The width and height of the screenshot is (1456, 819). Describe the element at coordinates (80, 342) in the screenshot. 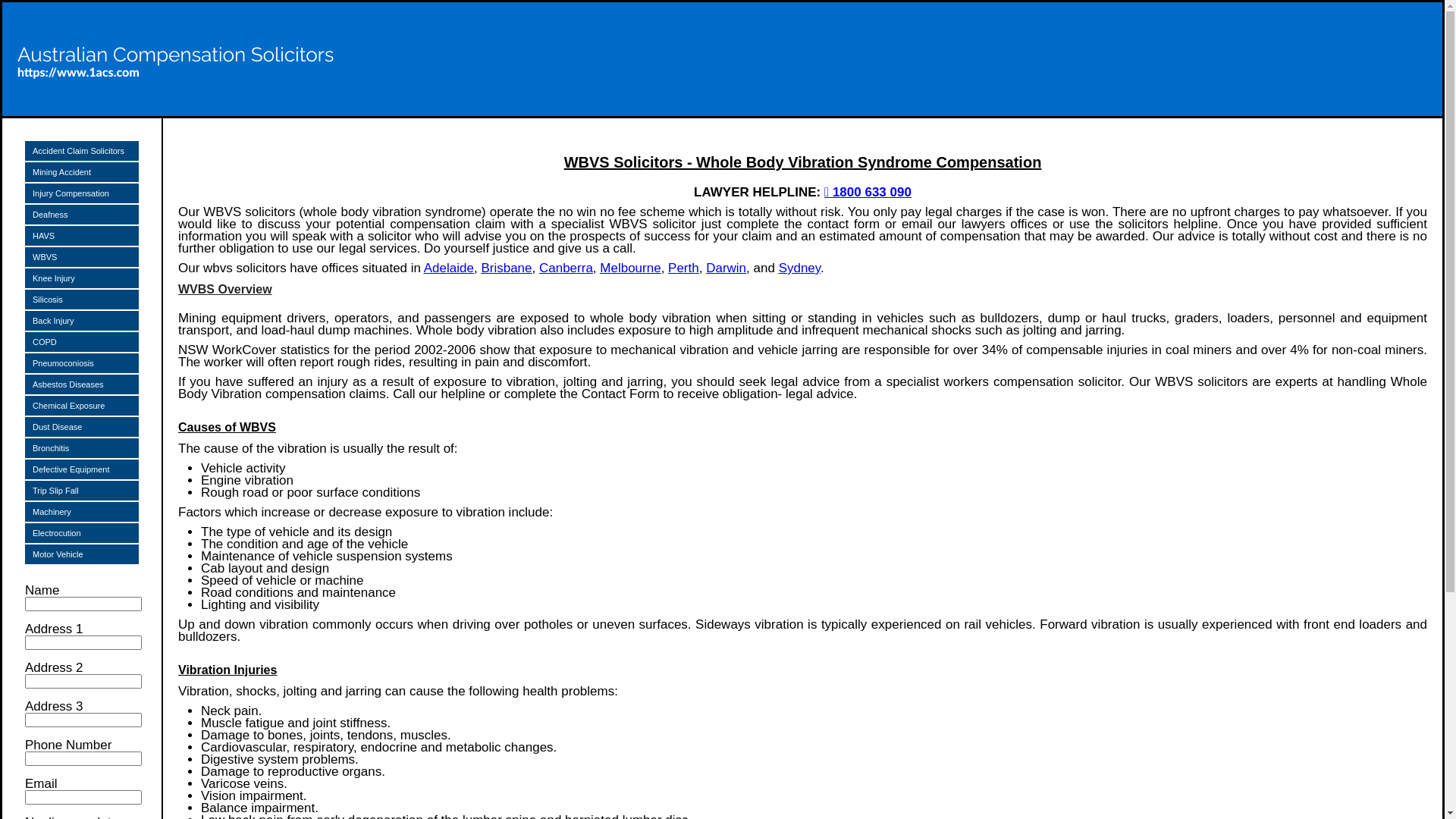

I see `'COPD'` at that location.